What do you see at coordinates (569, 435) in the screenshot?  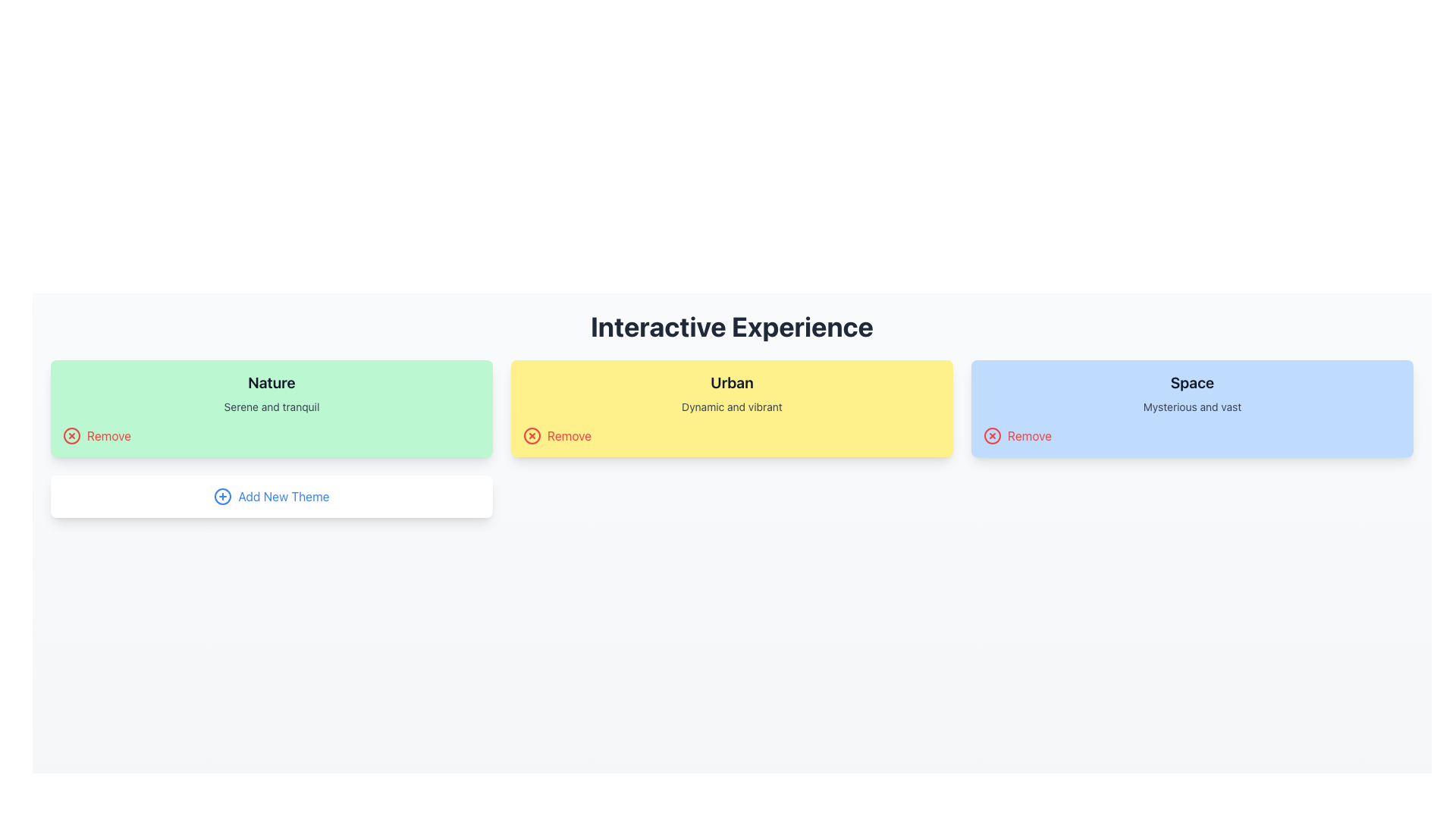 I see `the 'Remove' text label styled in red, located to the right of a circled 'X' icon within the interactive group of the yellow card titled 'Urban'` at bounding box center [569, 435].